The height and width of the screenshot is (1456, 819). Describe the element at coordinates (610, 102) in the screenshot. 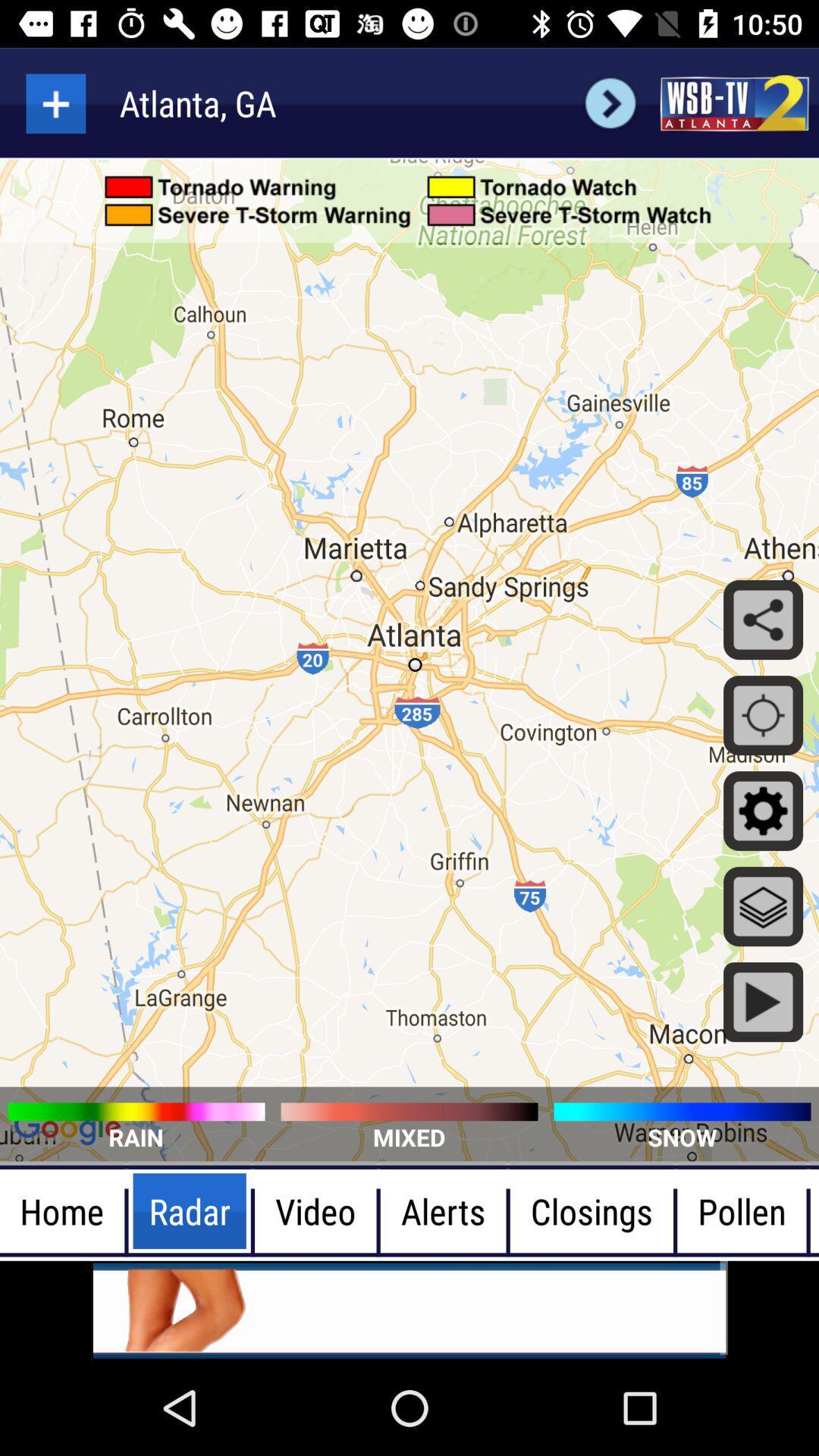

I see `the arrow_forward icon` at that location.